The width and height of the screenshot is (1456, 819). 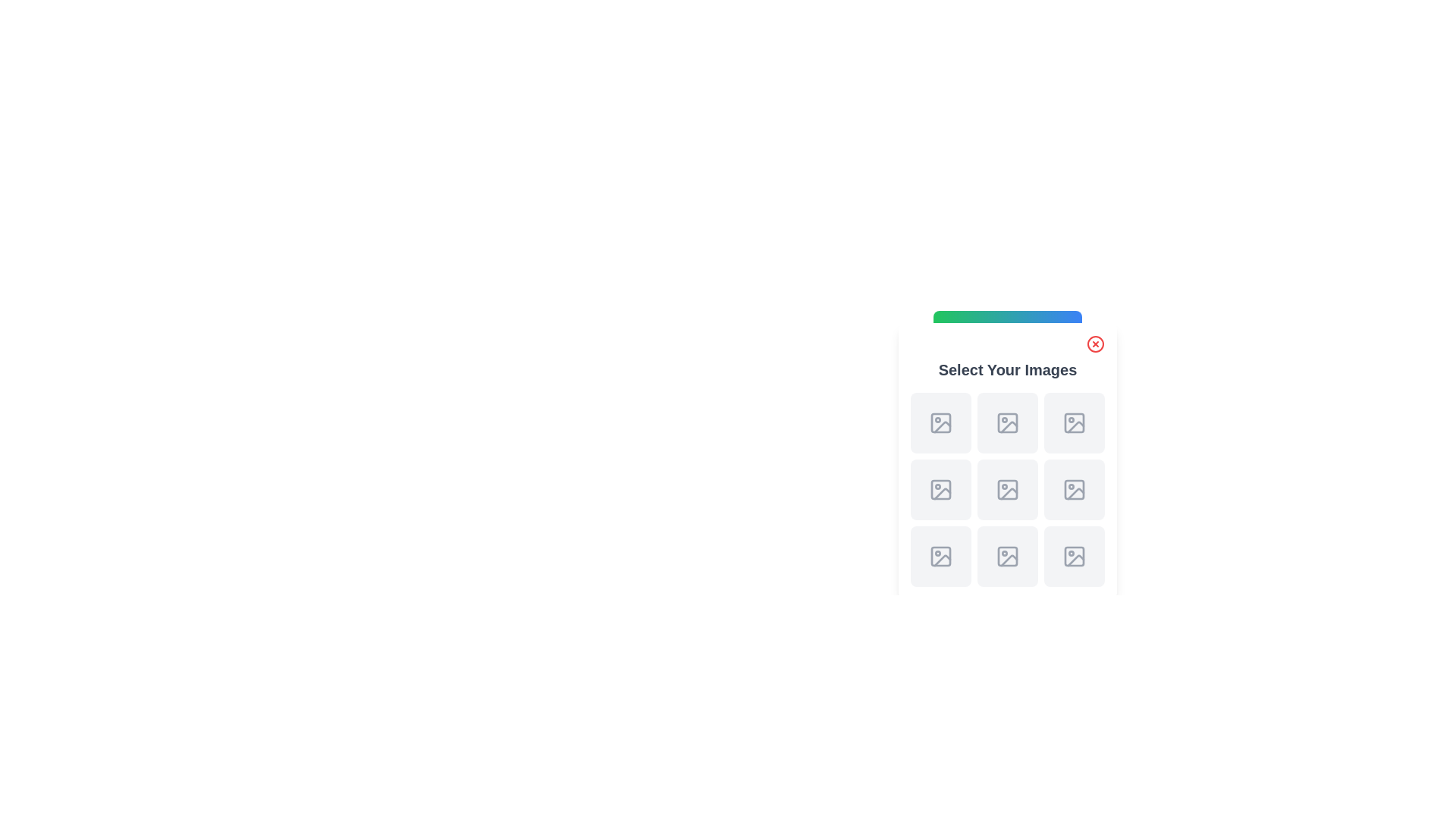 I want to click on the interactive image placeholder icon located in the second row, first column of the selection grid, so click(x=1008, y=423).